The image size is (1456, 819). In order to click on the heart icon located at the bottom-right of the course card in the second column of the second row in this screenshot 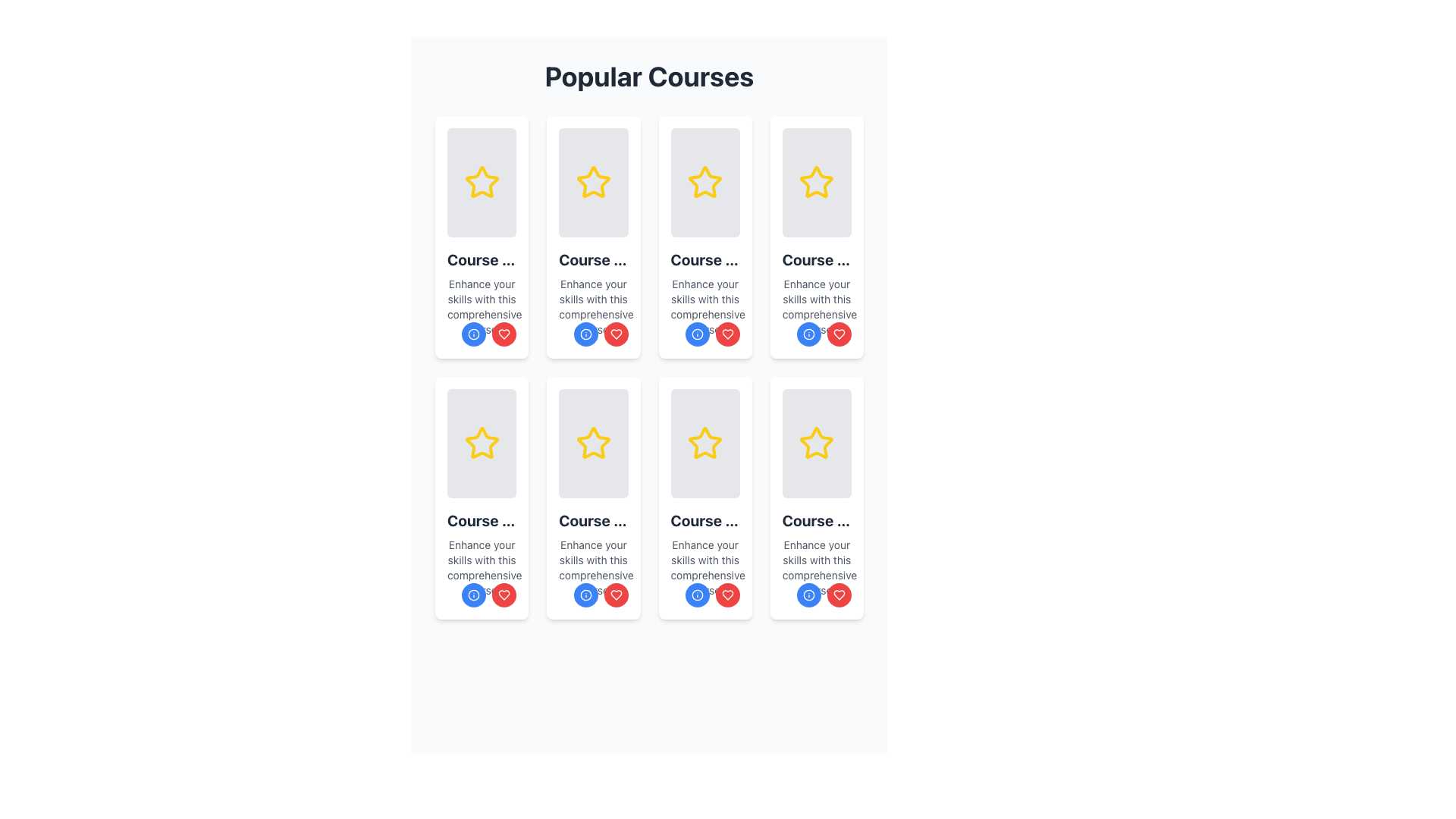, I will do `click(726, 333)`.